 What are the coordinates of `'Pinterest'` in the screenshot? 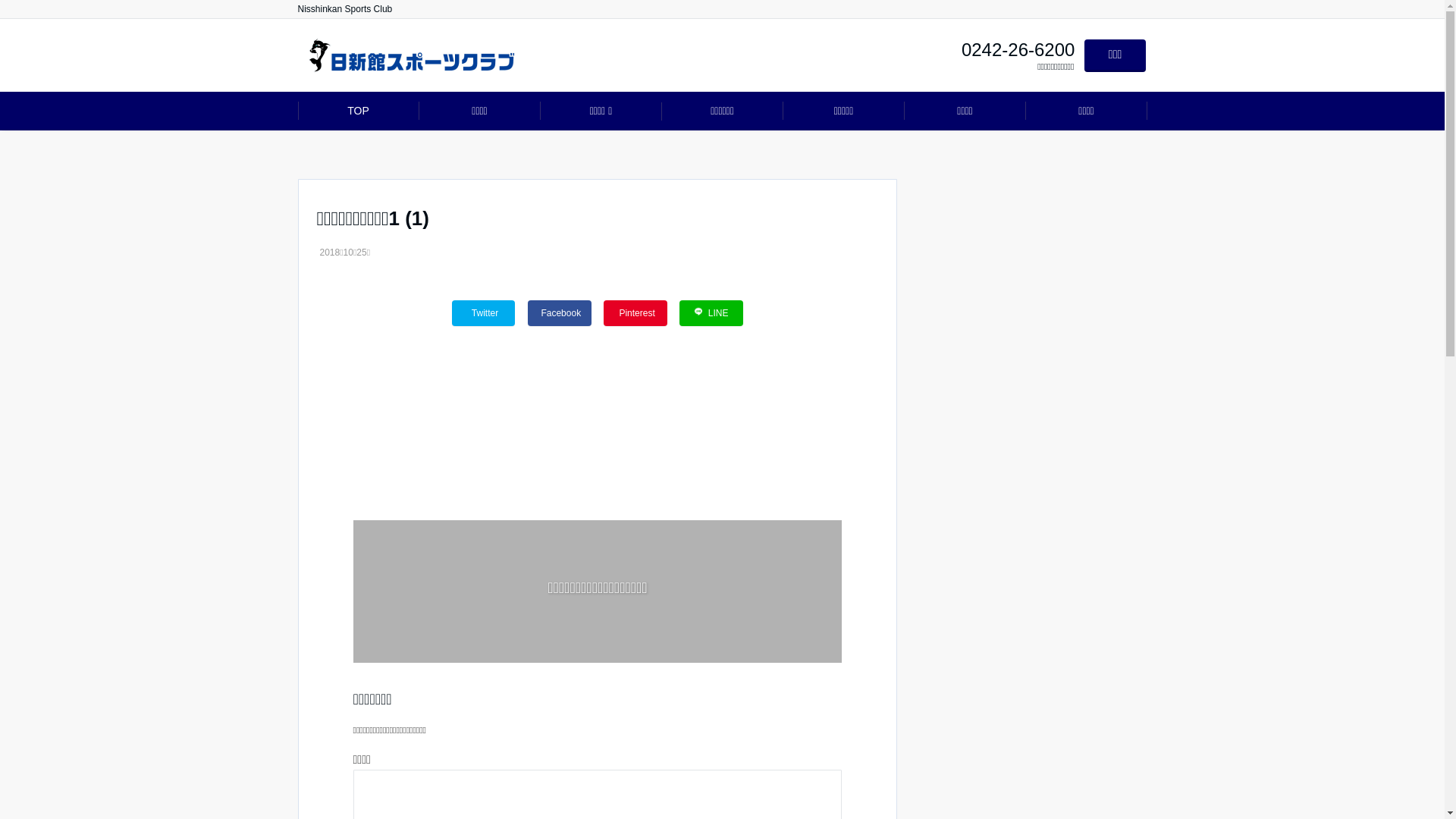 It's located at (635, 312).